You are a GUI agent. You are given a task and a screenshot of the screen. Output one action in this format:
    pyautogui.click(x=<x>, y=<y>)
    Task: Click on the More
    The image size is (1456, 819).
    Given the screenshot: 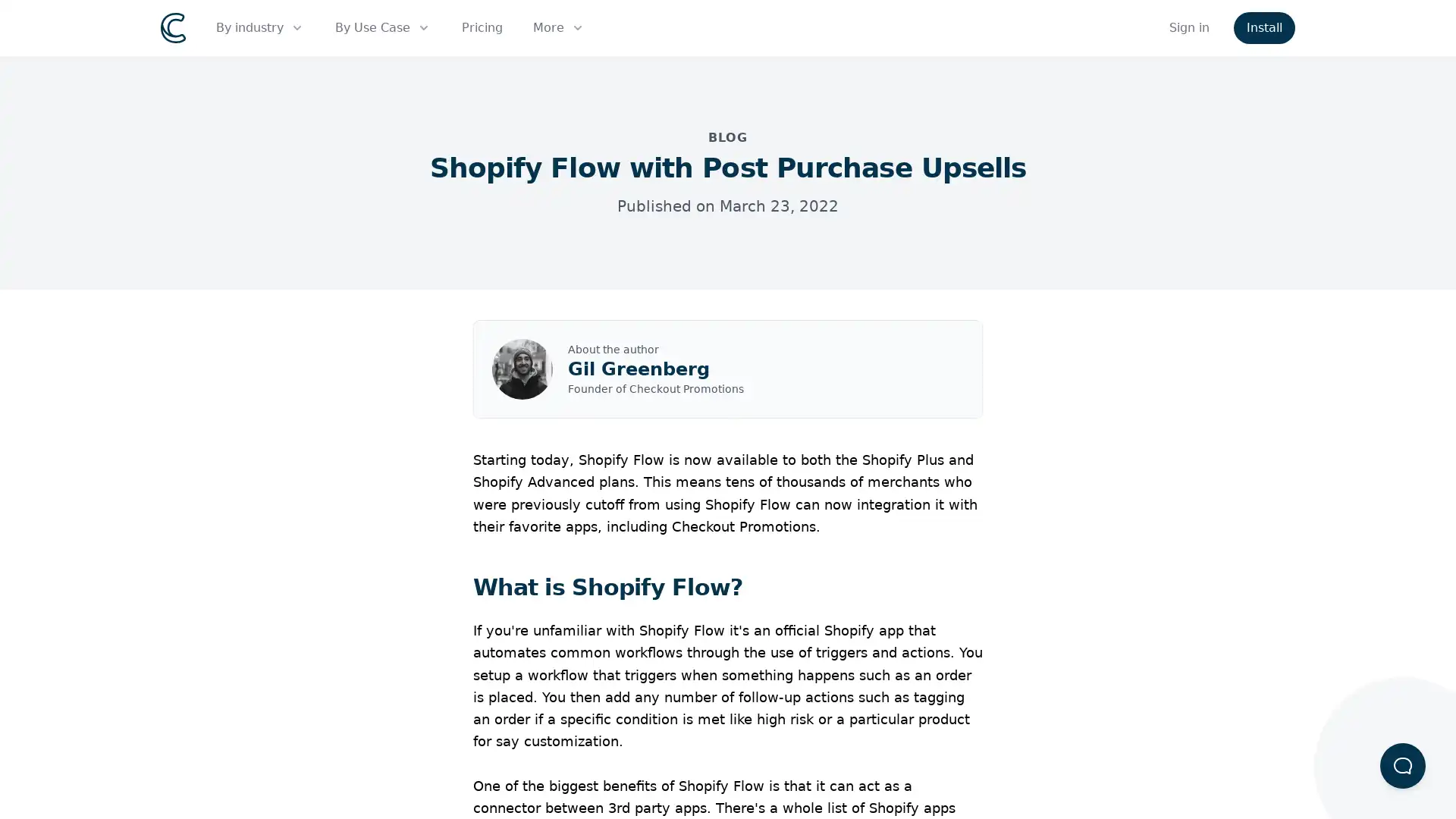 What is the action you would take?
    pyautogui.click(x=558, y=28)
    